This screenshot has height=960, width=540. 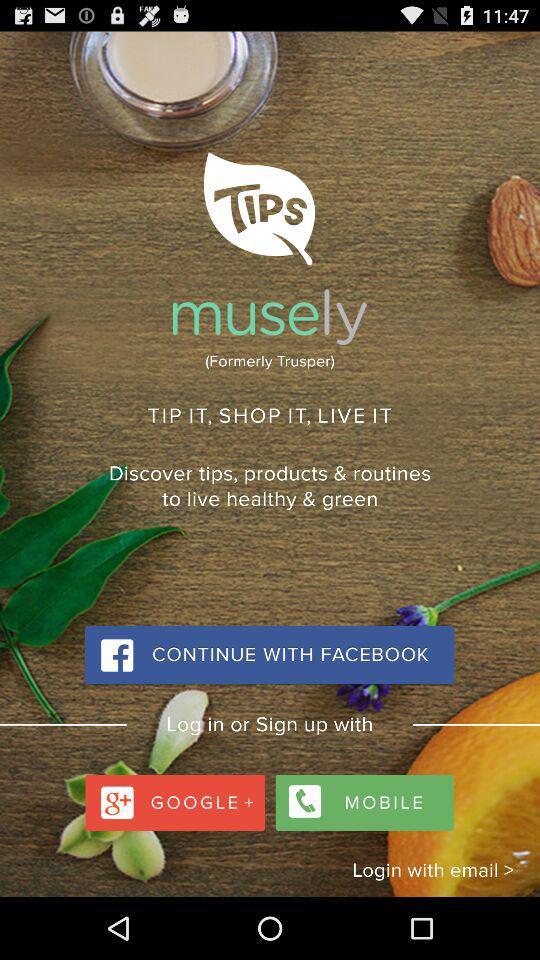 I want to click on taggle google bar, so click(x=177, y=797).